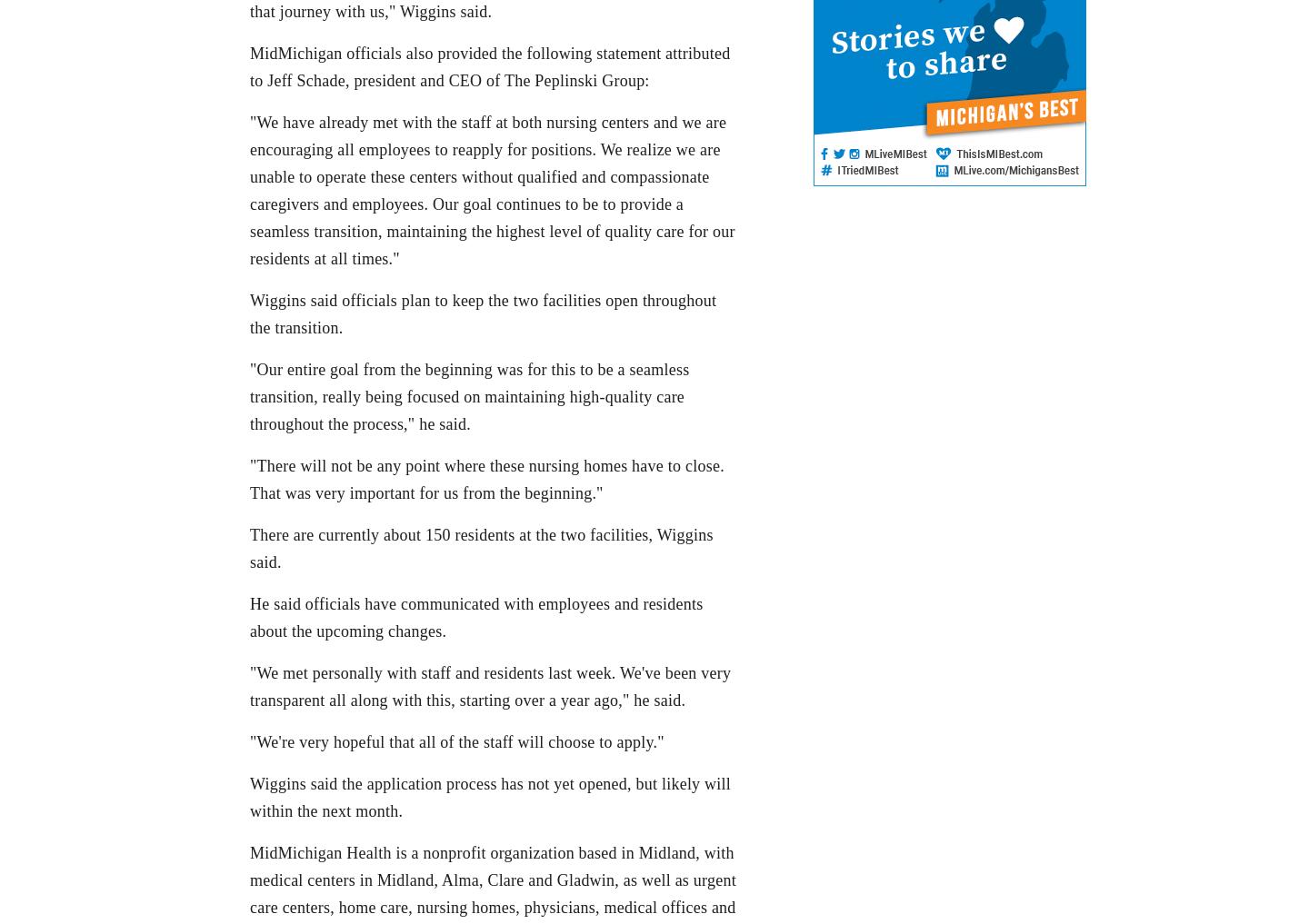  What do you see at coordinates (455, 740) in the screenshot?
I see `'"We're very hopeful that all of the staff will choose to apply."'` at bounding box center [455, 740].